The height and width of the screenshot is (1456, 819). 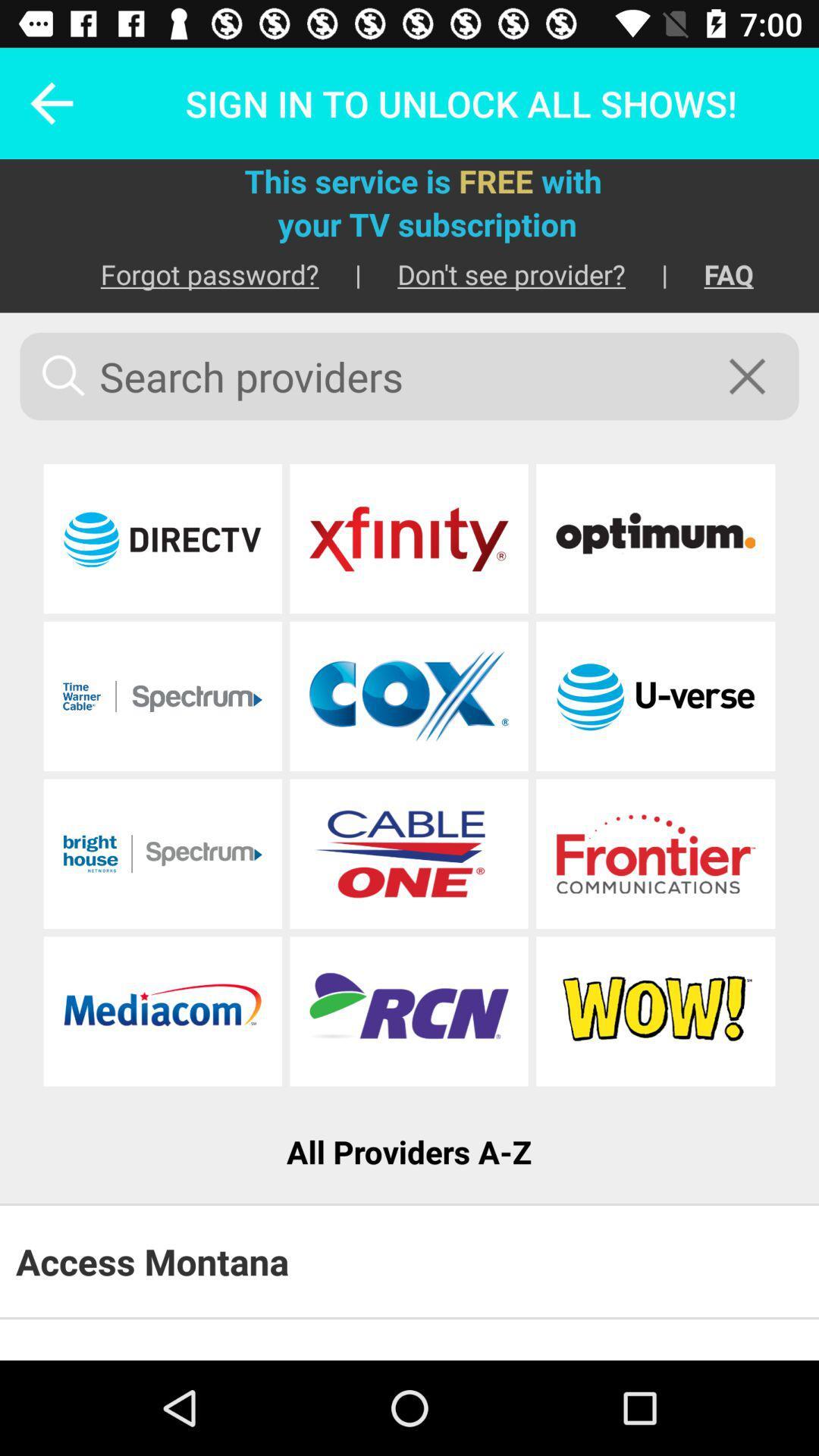 What do you see at coordinates (711, 274) in the screenshot?
I see `the item next to |` at bounding box center [711, 274].